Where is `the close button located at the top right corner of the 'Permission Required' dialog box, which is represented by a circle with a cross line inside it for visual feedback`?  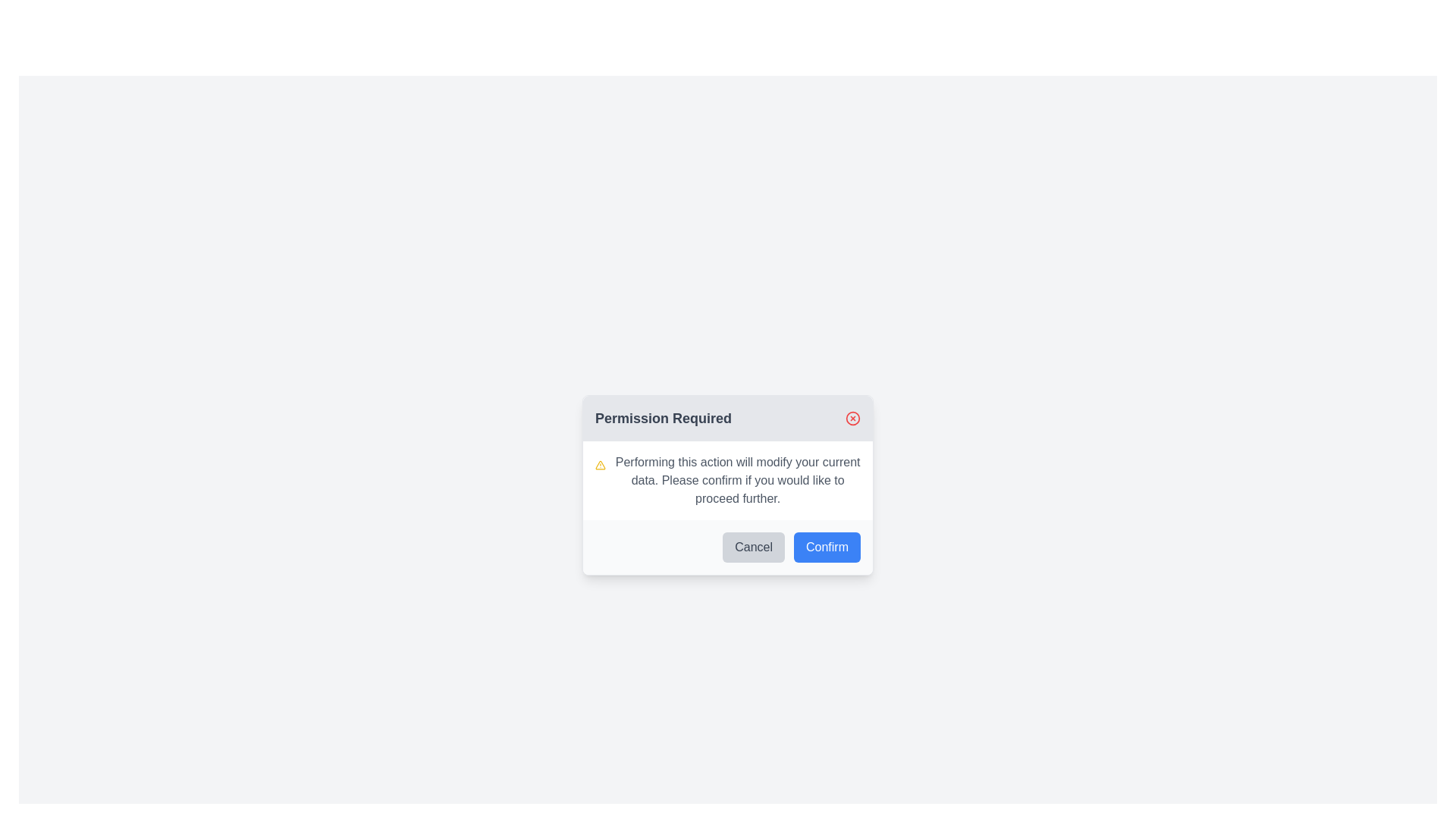 the close button located at the top right corner of the 'Permission Required' dialog box, which is represented by a circle with a cross line inside it for visual feedback is located at coordinates (852, 418).